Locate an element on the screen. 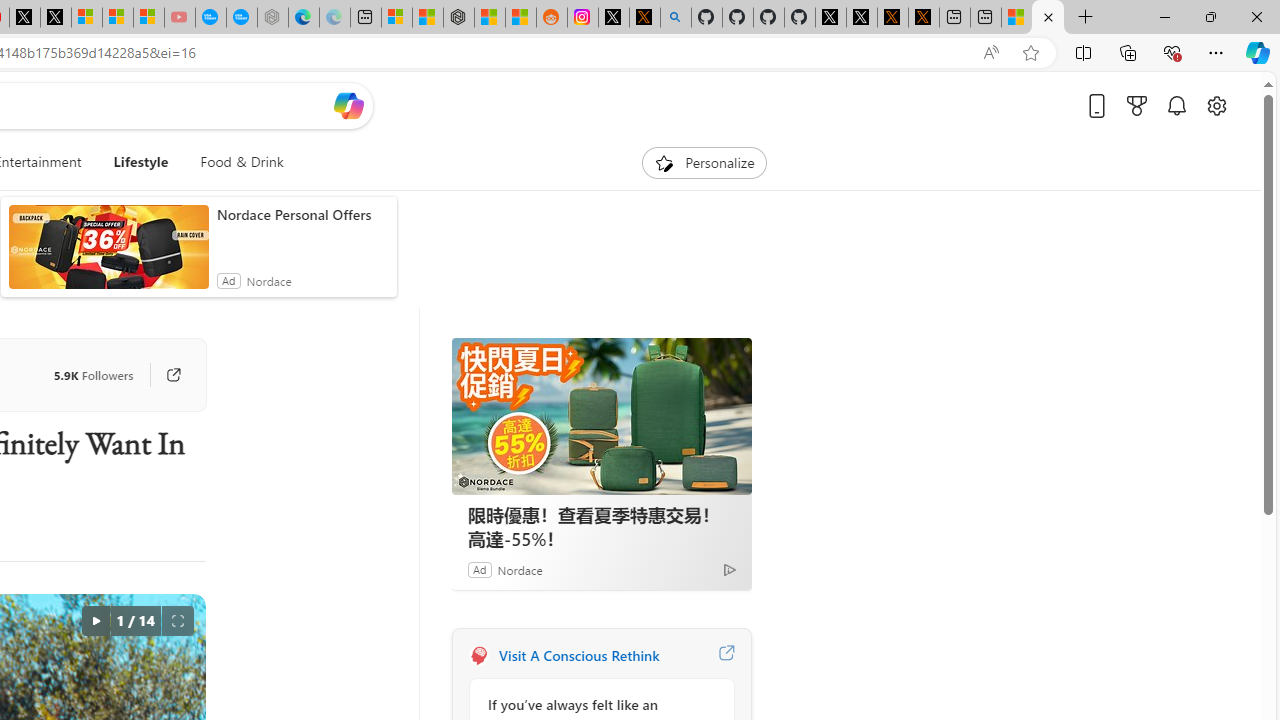 The width and height of the screenshot is (1280, 720). 'Nordace - Duffels' is located at coordinates (457, 17).